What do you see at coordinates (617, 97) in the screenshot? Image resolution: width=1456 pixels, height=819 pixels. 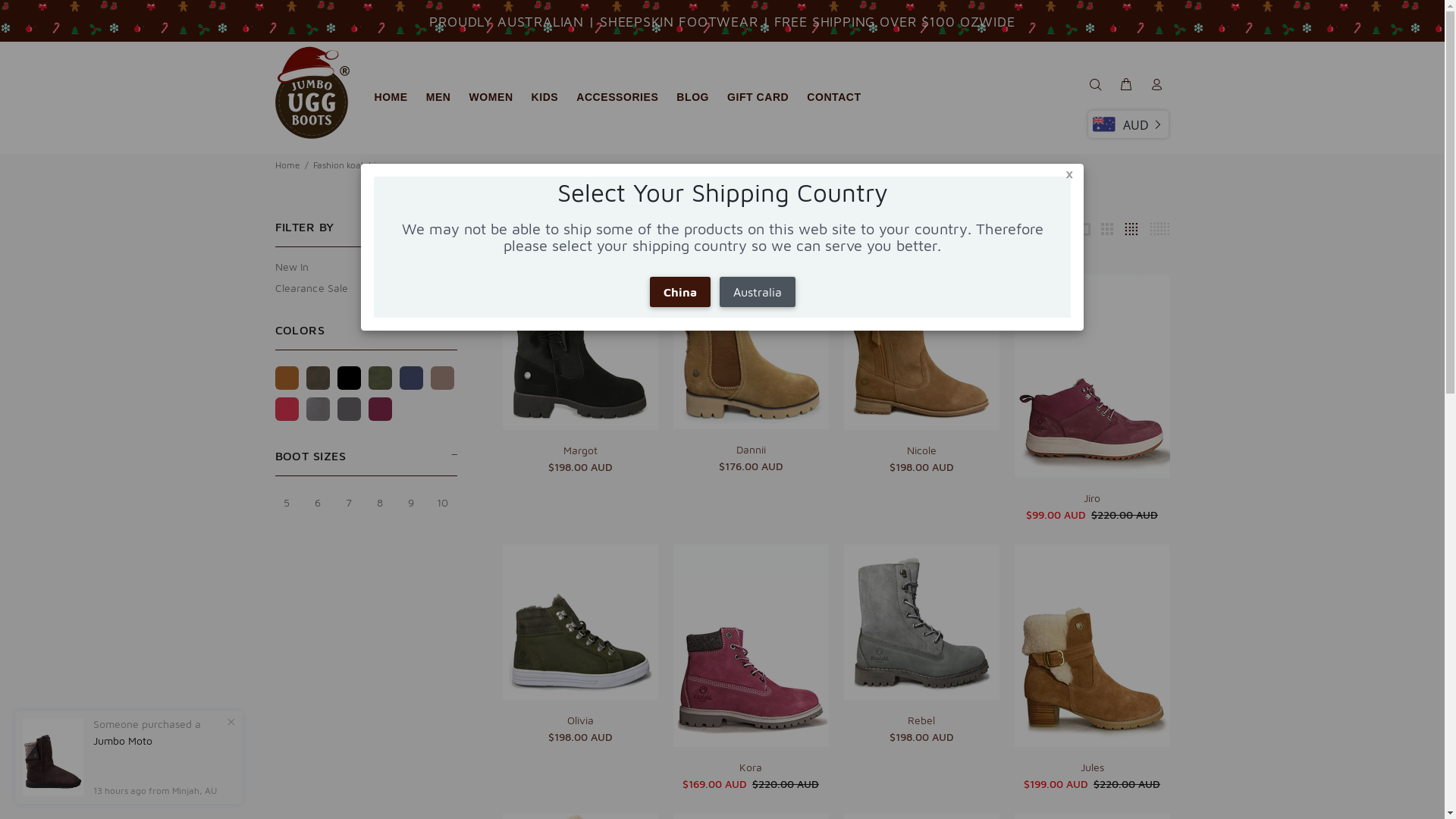 I see `'ACCESSORIES'` at bounding box center [617, 97].